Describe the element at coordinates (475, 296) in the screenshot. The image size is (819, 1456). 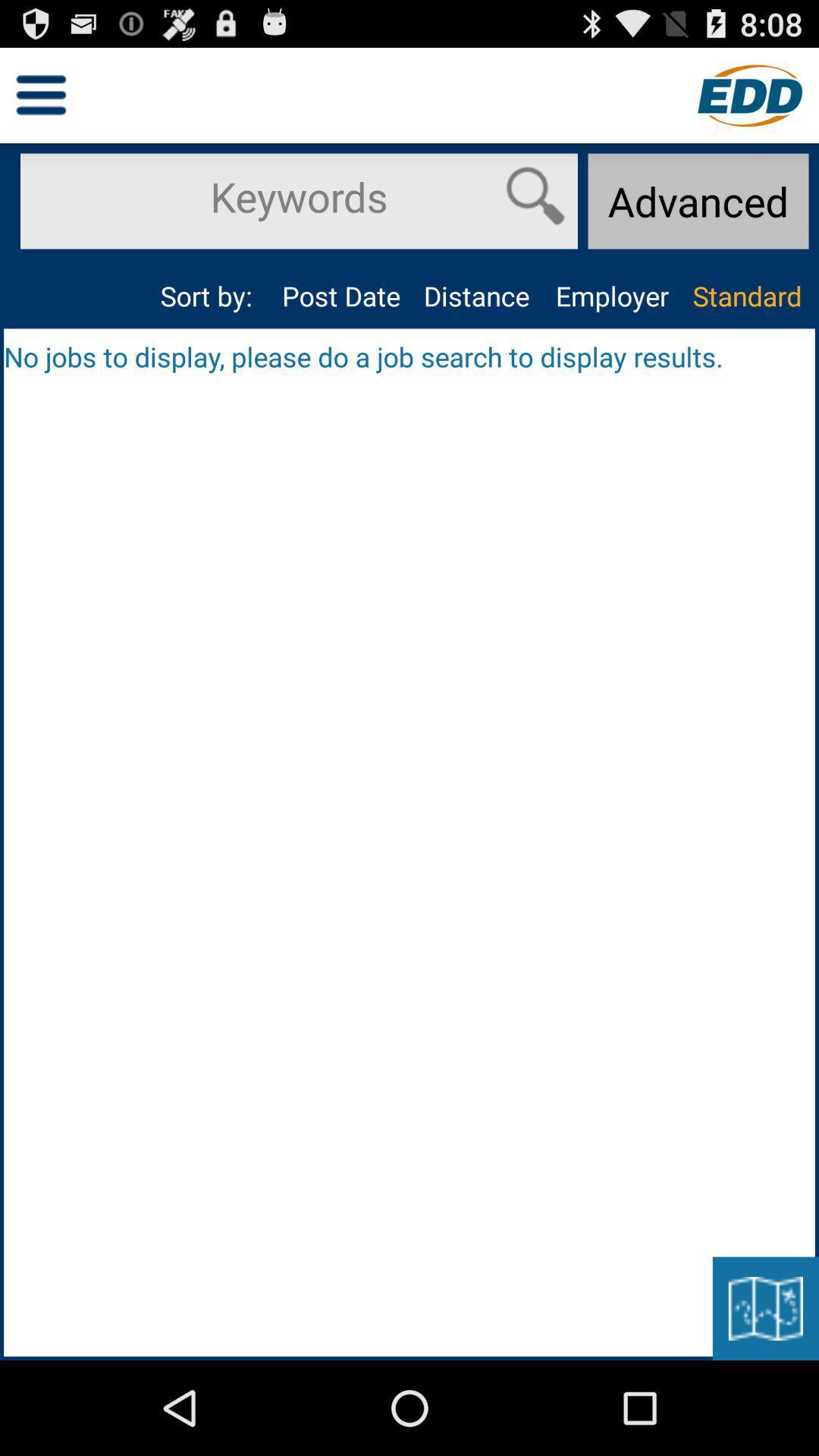
I see `distance item` at that location.